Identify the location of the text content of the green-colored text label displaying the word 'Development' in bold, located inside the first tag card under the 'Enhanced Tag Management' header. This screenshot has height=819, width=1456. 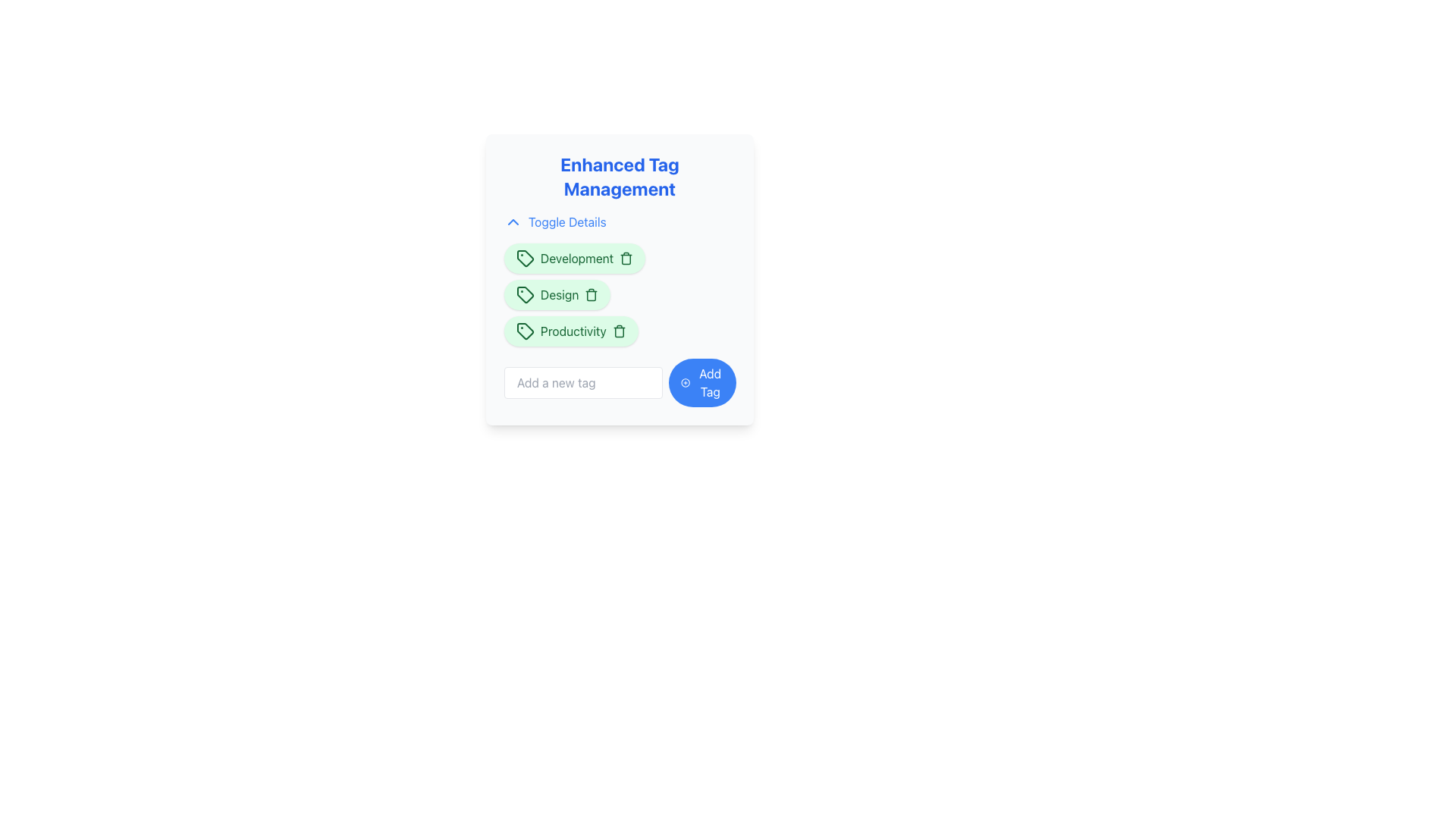
(576, 257).